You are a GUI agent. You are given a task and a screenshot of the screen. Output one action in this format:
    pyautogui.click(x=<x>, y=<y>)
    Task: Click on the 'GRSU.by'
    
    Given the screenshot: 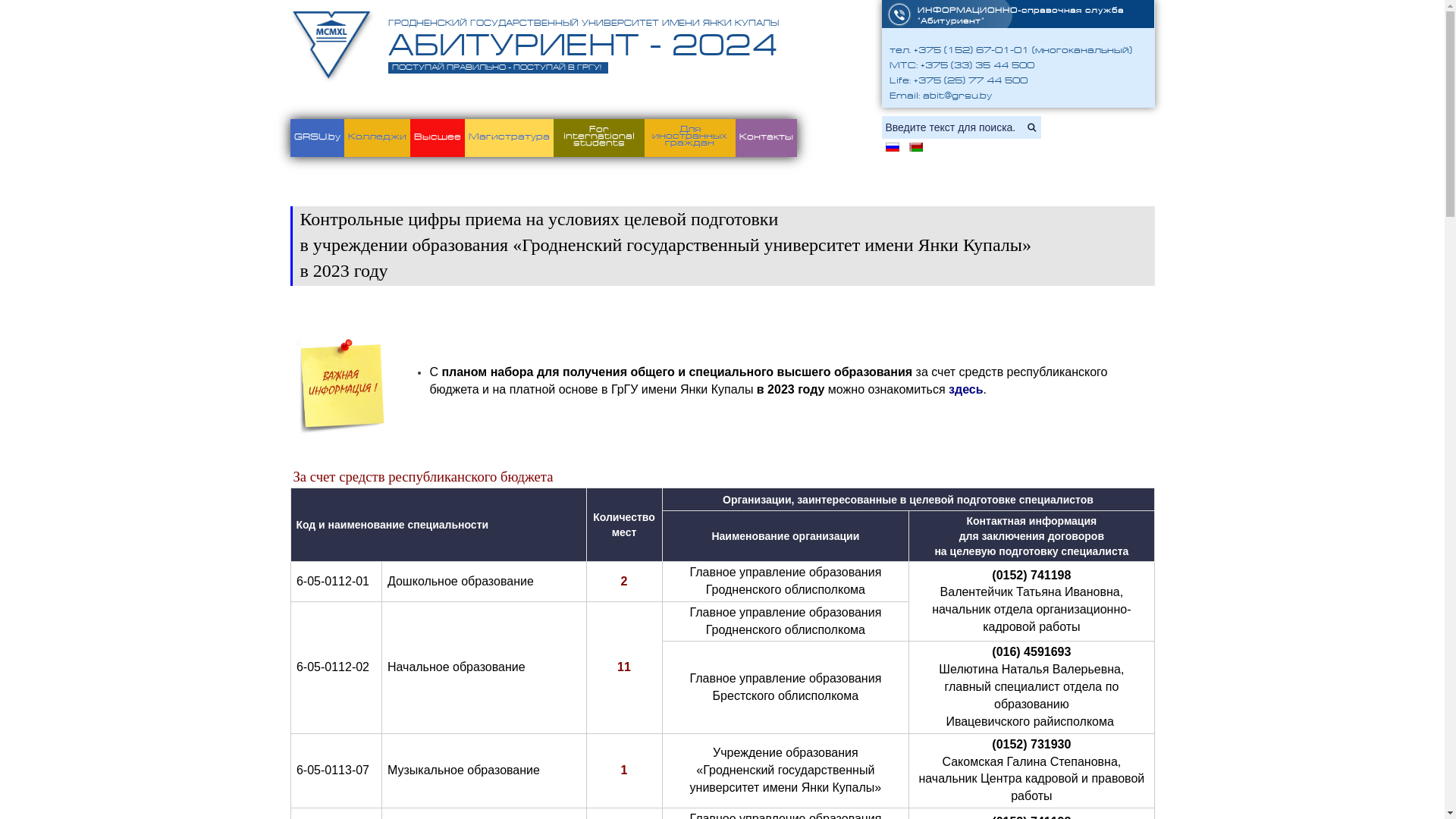 What is the action you would take?
    pyautogui.click(x=315, y=137)
    